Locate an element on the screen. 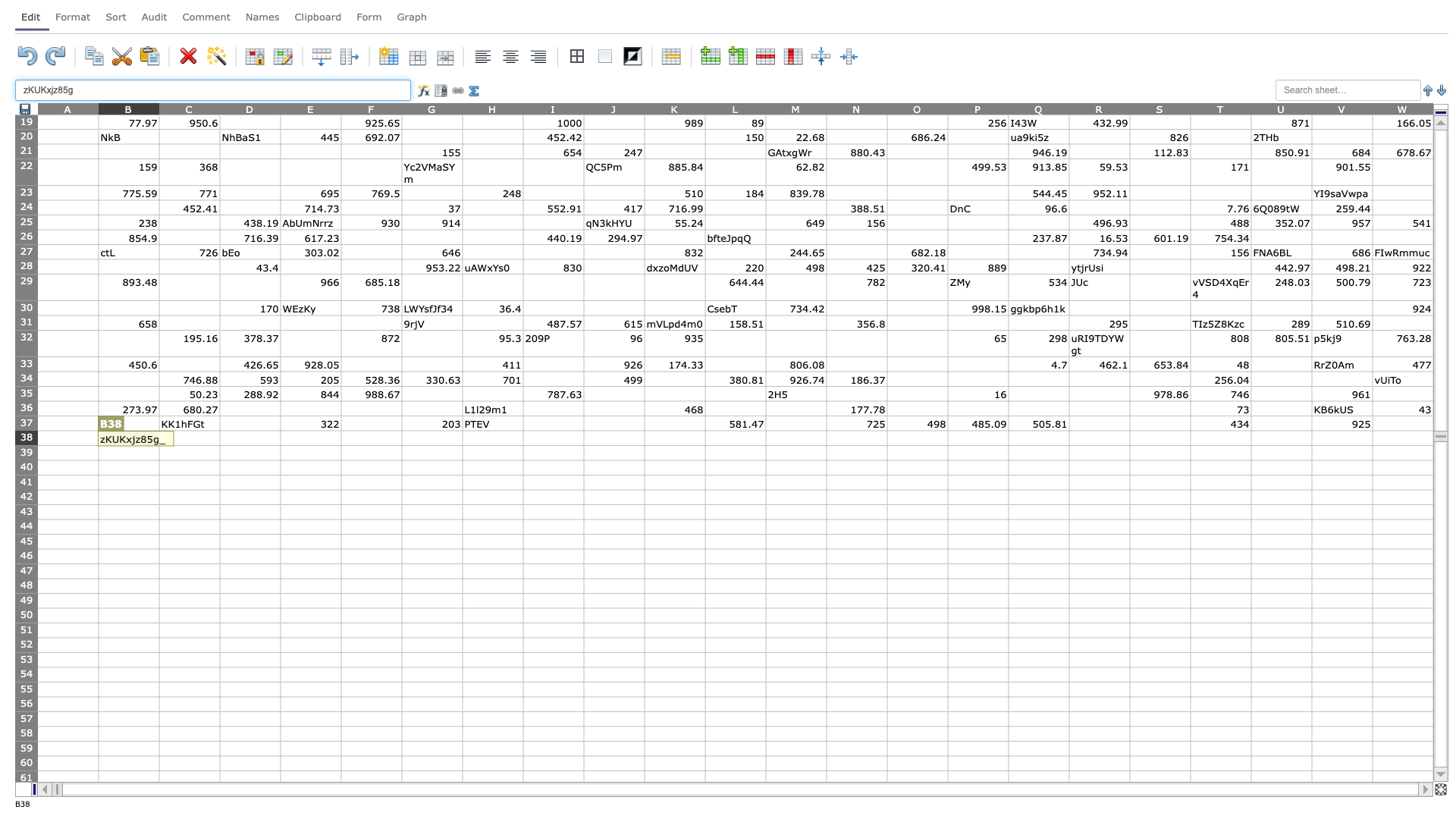 This screenshot has width=1456, height=819. cell at column C row 56 is located at coordinates (188, 704).